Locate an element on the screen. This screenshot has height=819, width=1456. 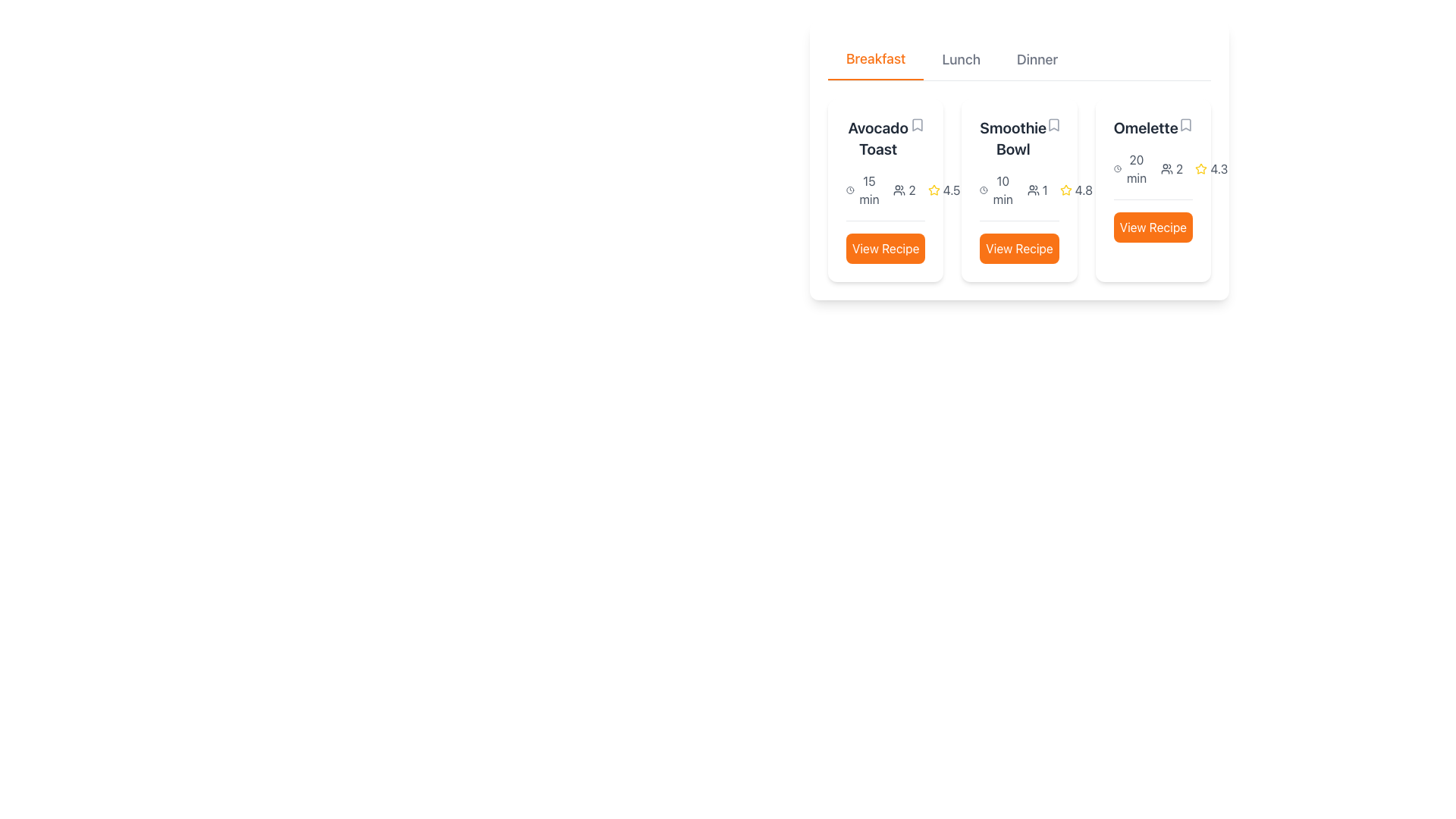
the second button in the horizontal layout of recipe cards to change its background color to a darker shade is located at coordinates (1019, 247).